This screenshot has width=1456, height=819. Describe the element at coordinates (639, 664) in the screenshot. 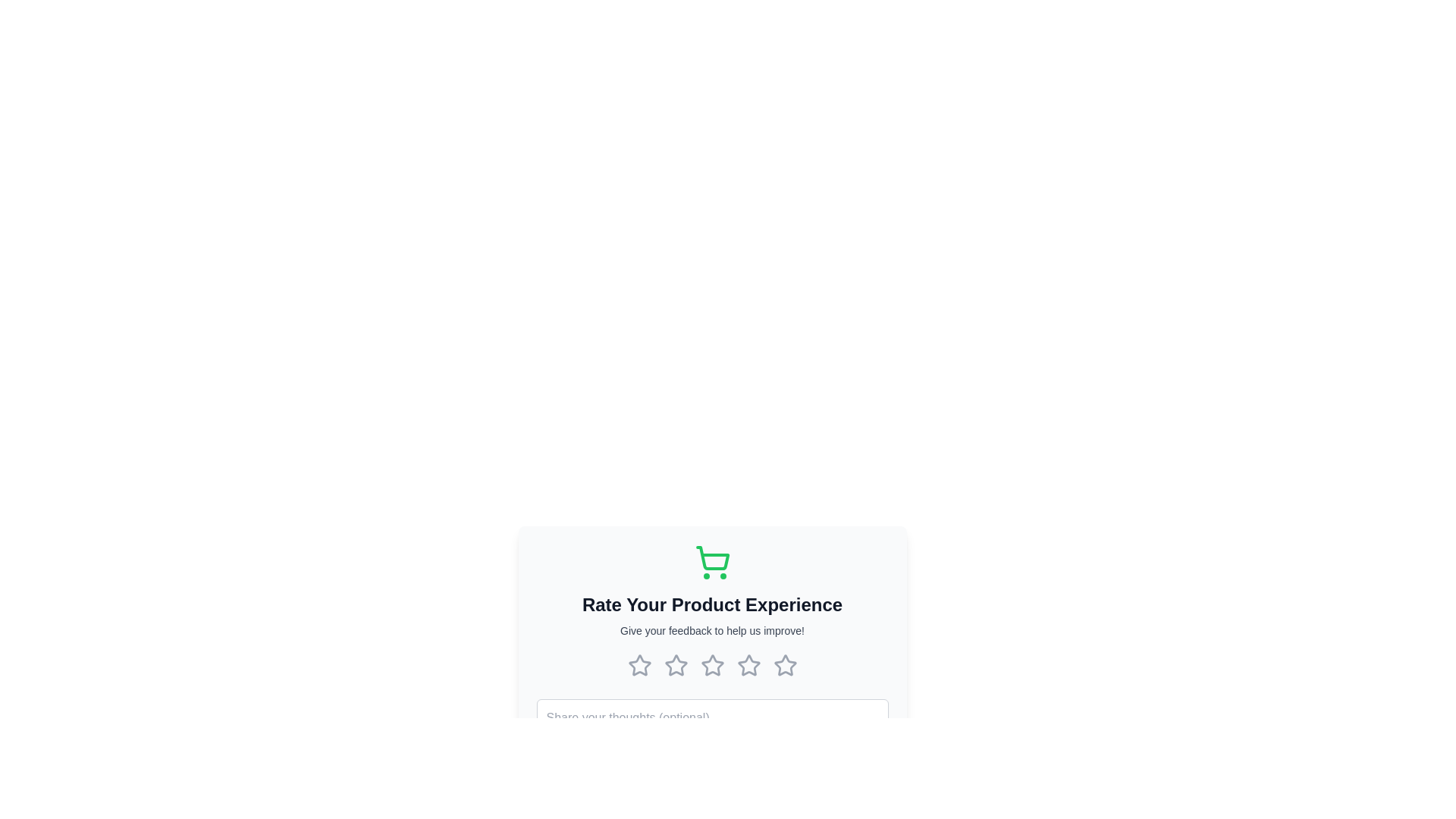

I see `the first Rating Star Icon, which is centrally located near the top of a feedback form interface` at that location.